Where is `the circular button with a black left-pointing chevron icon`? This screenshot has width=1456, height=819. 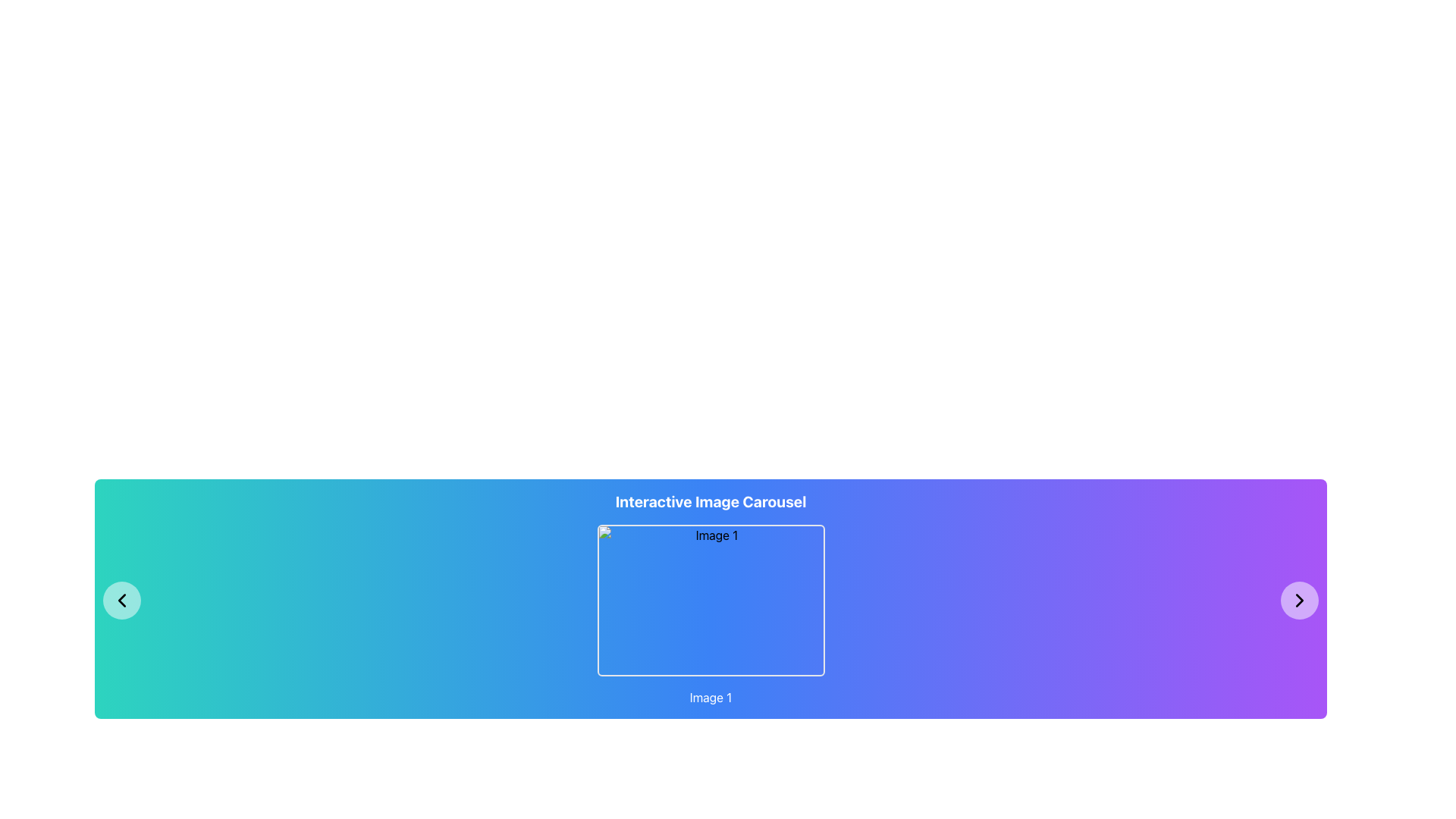 the circular button with a black left-pointing chevron icon is located at coordinates (122, 599).